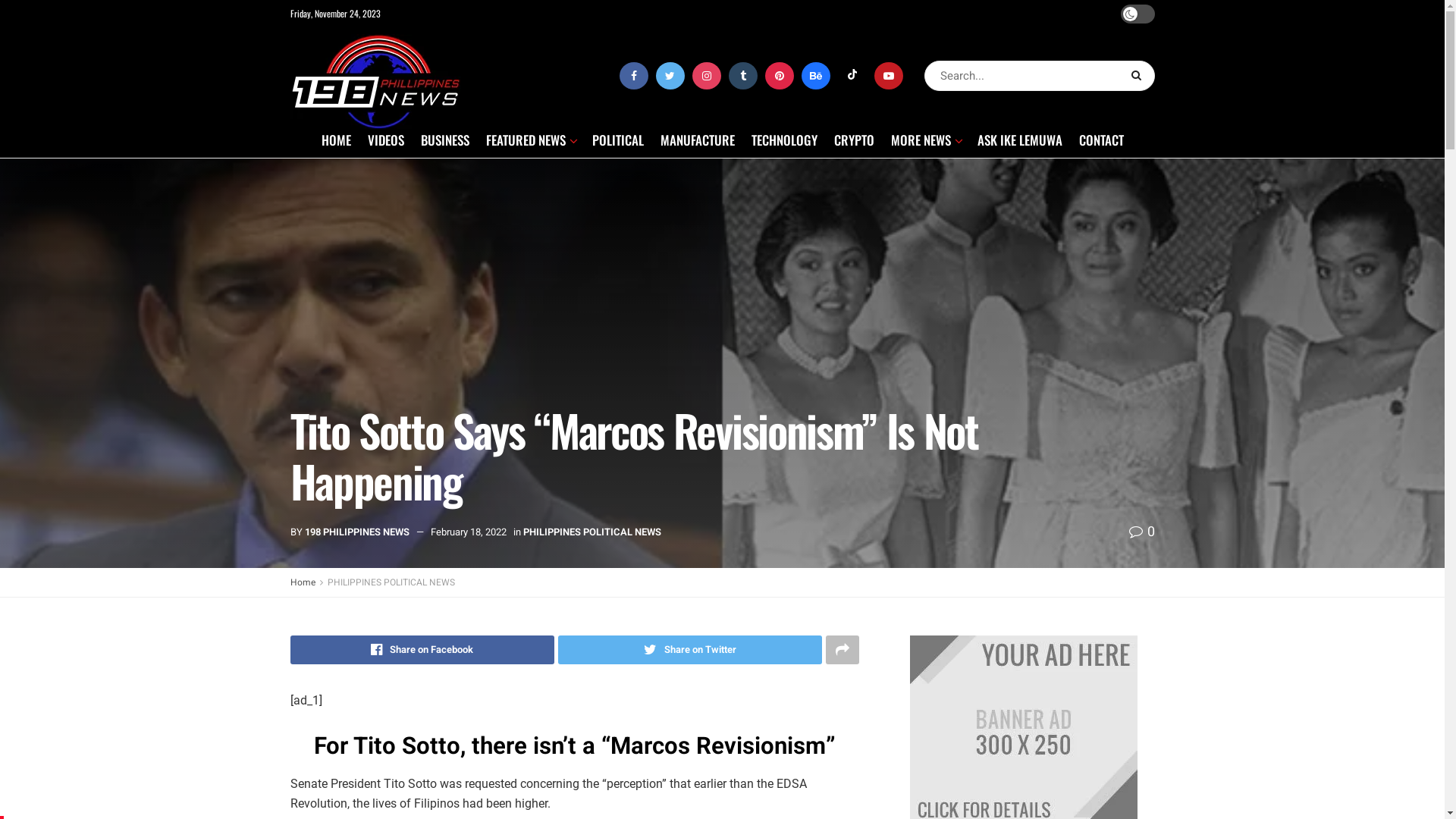 The height and width of the screenshot is (819, 1456). I want to click on 'CRYPTO', so click(854, 140).